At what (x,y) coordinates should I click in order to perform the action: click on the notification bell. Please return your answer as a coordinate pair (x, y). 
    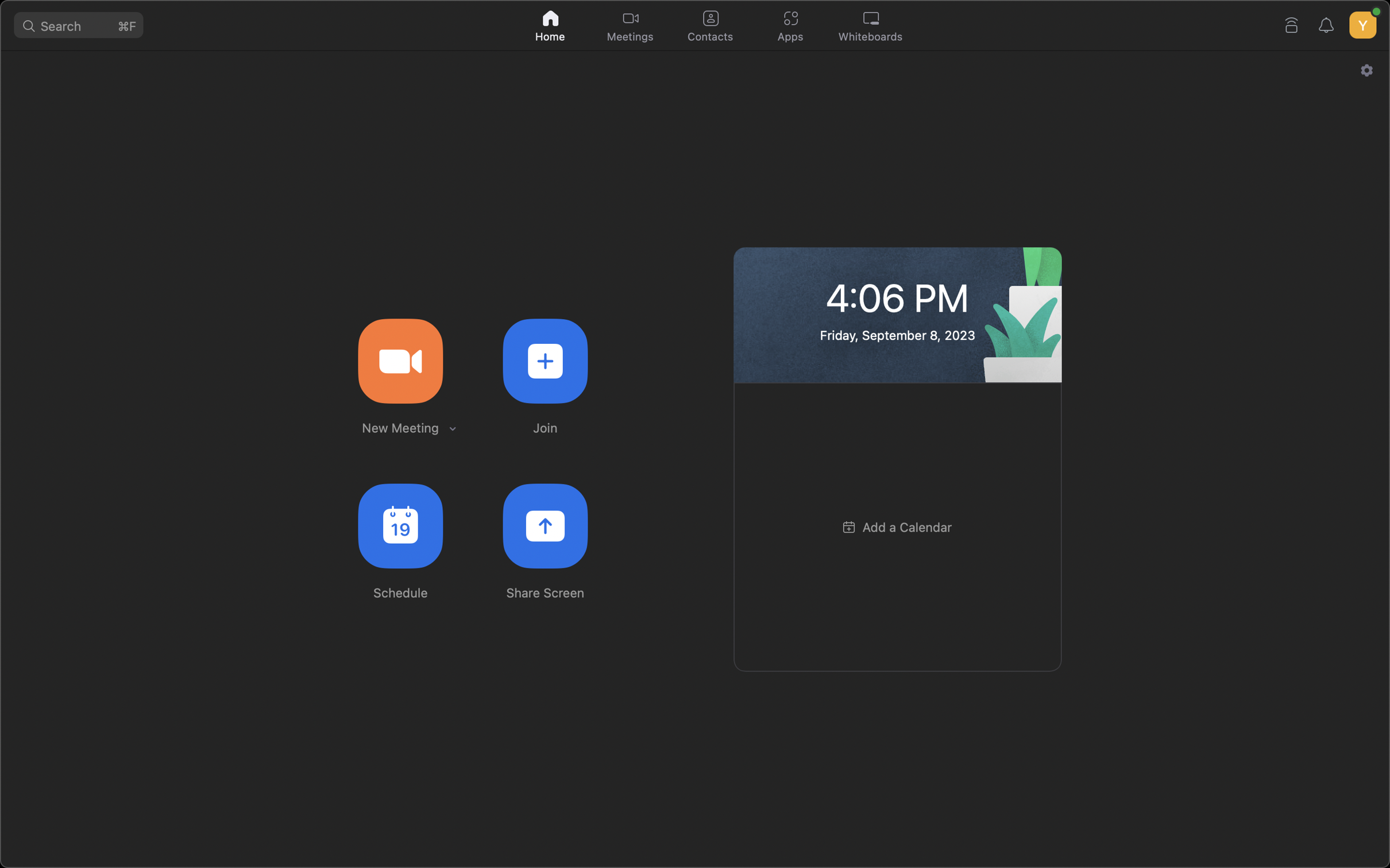
    Looking at the image, I should click on (1328, 24).